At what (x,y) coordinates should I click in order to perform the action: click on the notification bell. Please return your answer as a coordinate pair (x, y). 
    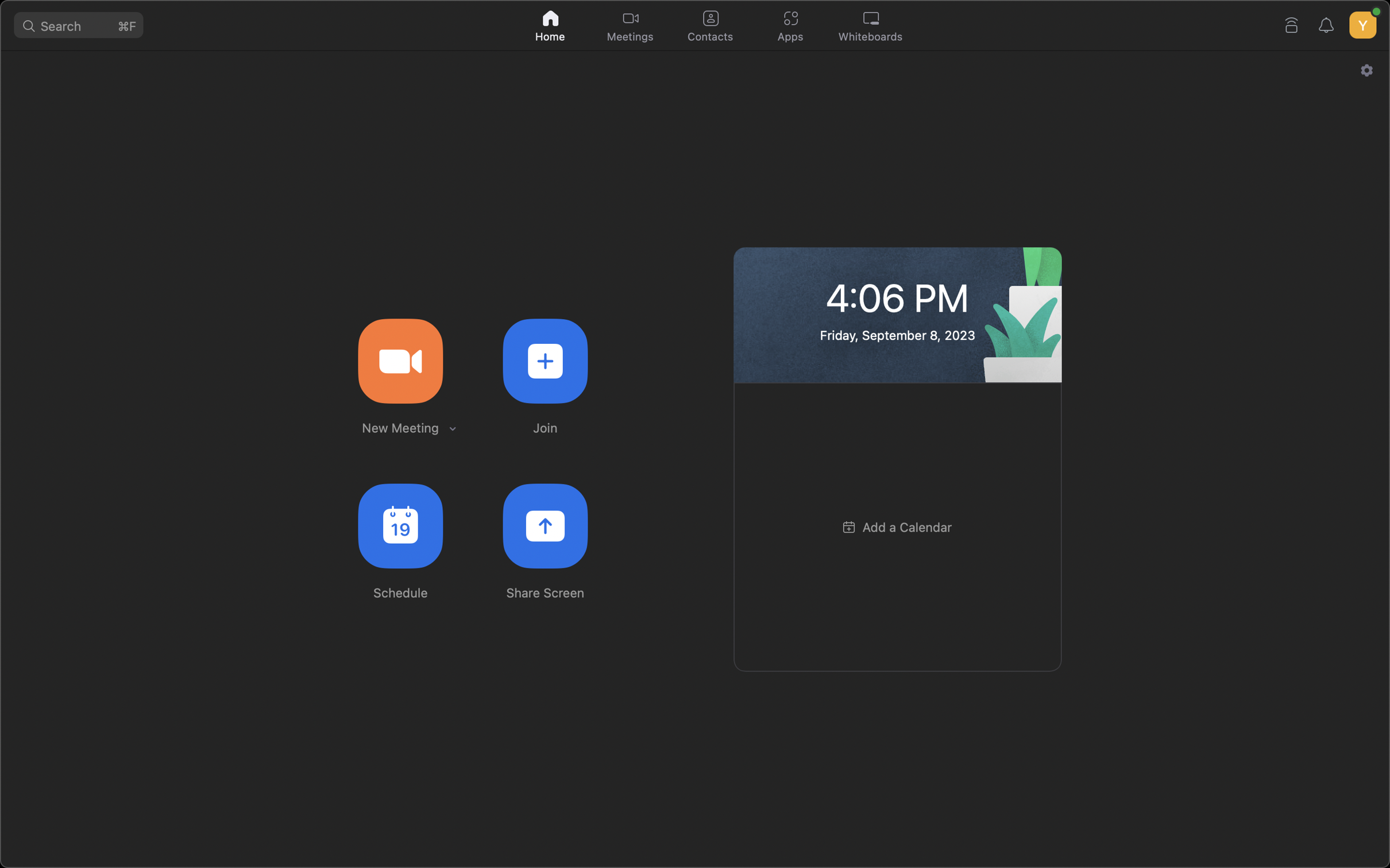
    Looking at the image, I should click on (1328, 24).